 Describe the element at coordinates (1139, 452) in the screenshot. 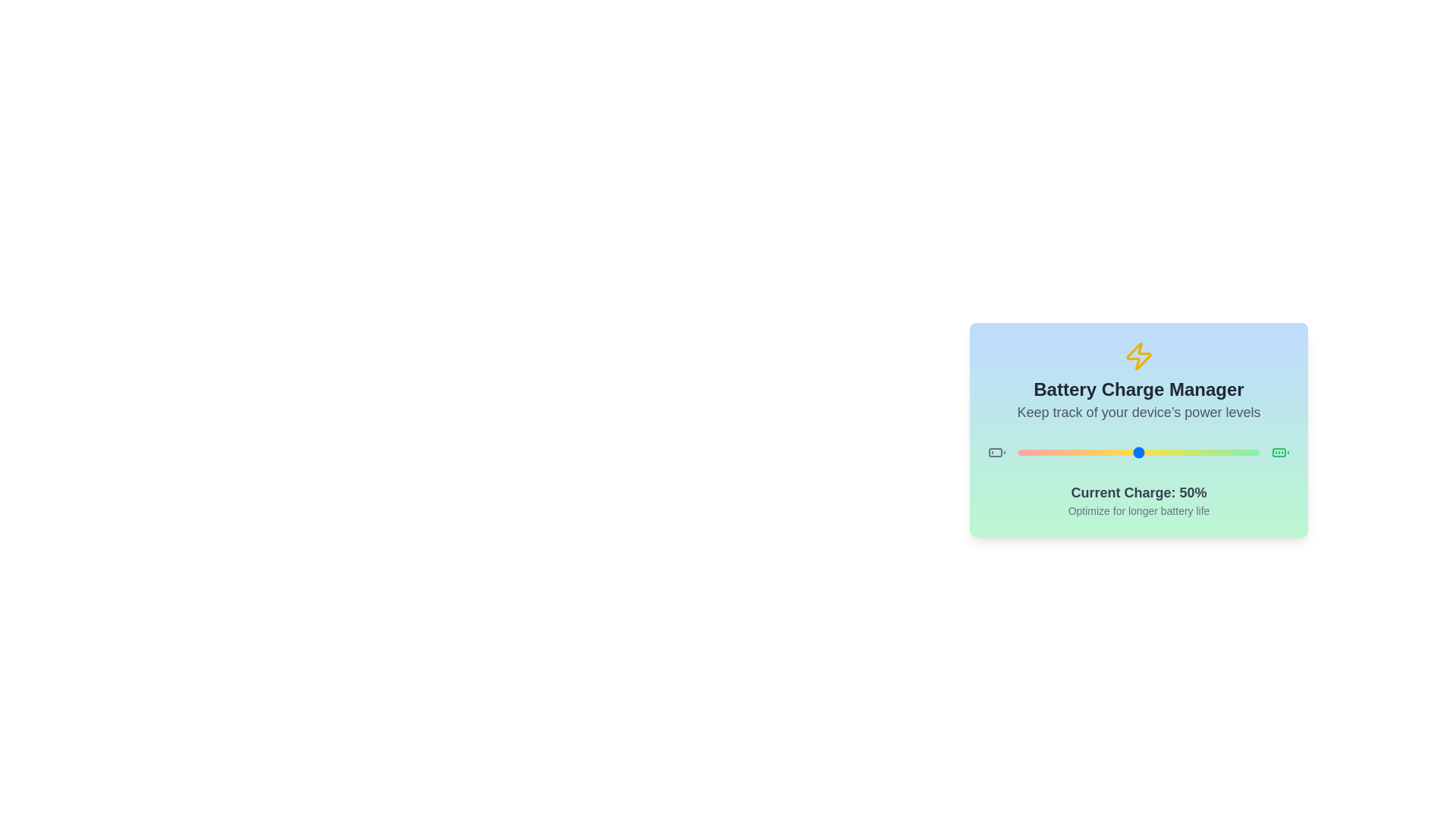

I see `the battery charge level to 50% using the slider` at that location.